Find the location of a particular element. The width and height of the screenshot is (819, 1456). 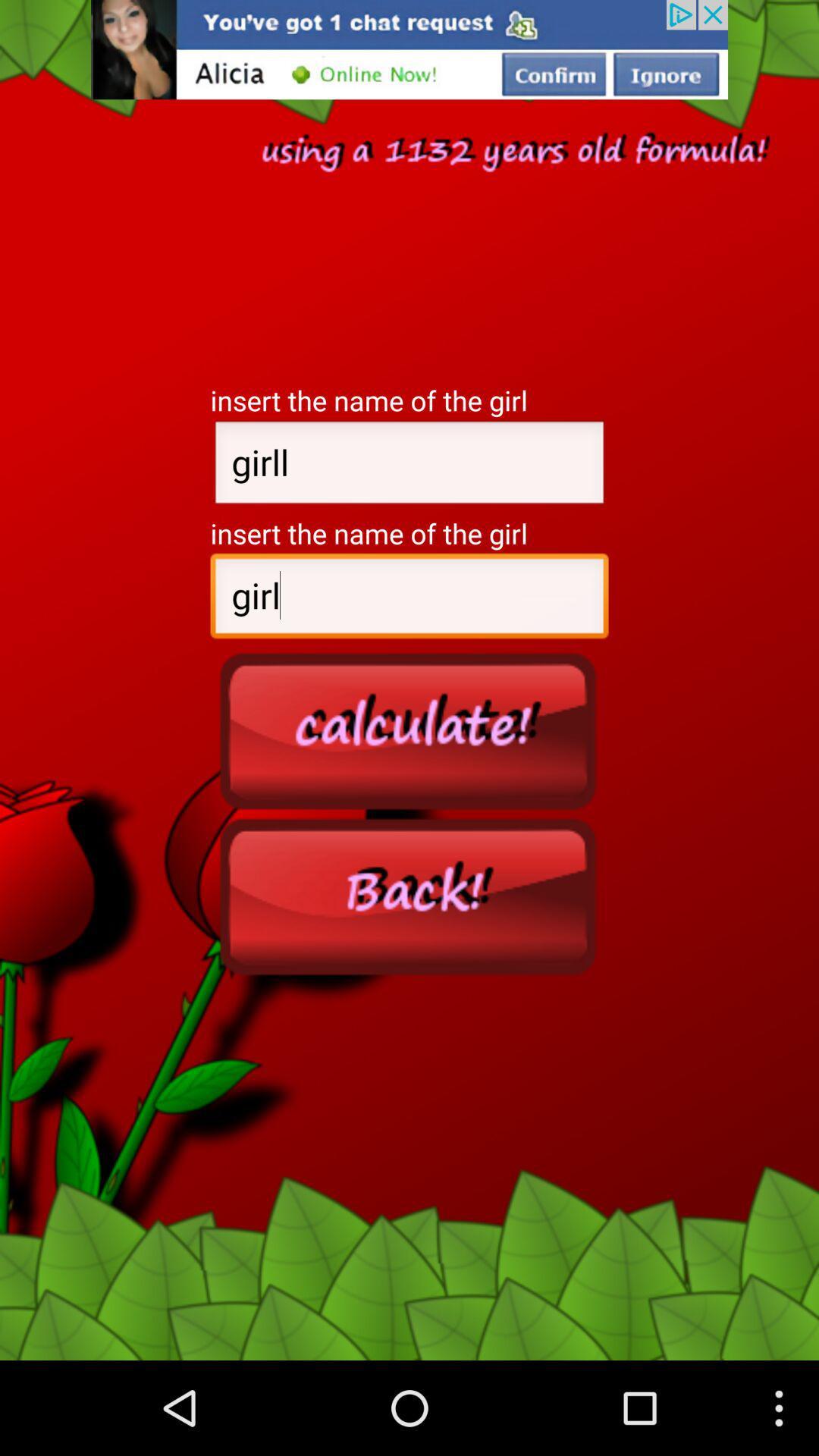

back button is located at coordinates (409, 896).